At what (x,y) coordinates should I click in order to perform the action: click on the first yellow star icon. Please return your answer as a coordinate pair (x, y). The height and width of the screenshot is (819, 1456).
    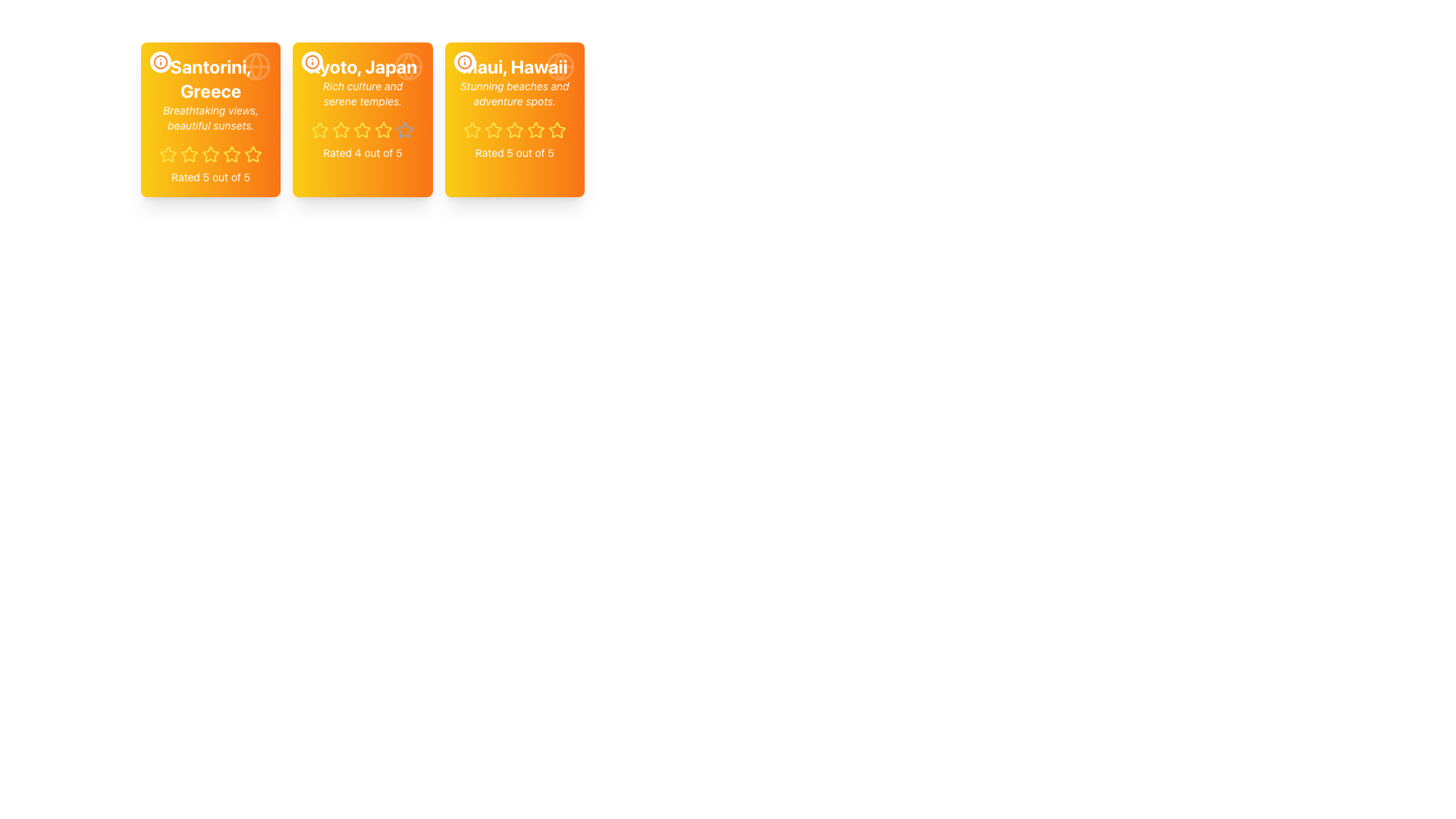
    Looking at the image, I should click on (319, 129).